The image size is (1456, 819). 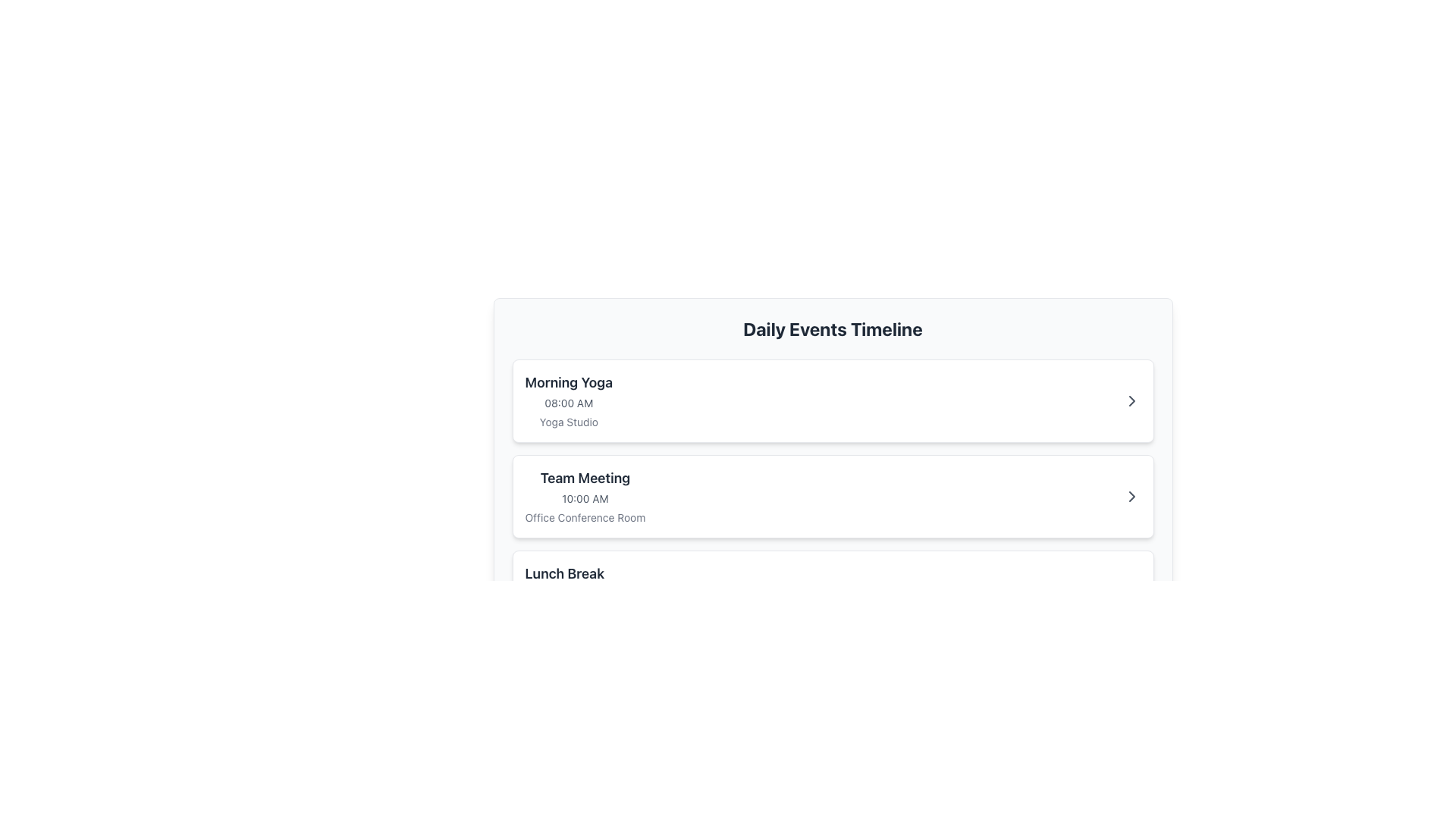 I want to click on the static text label displaying 'Office Conference Room' located within the 'Team Meeting' card in the 'Daily Events Timeline' panel, so click(x=584, y=516).